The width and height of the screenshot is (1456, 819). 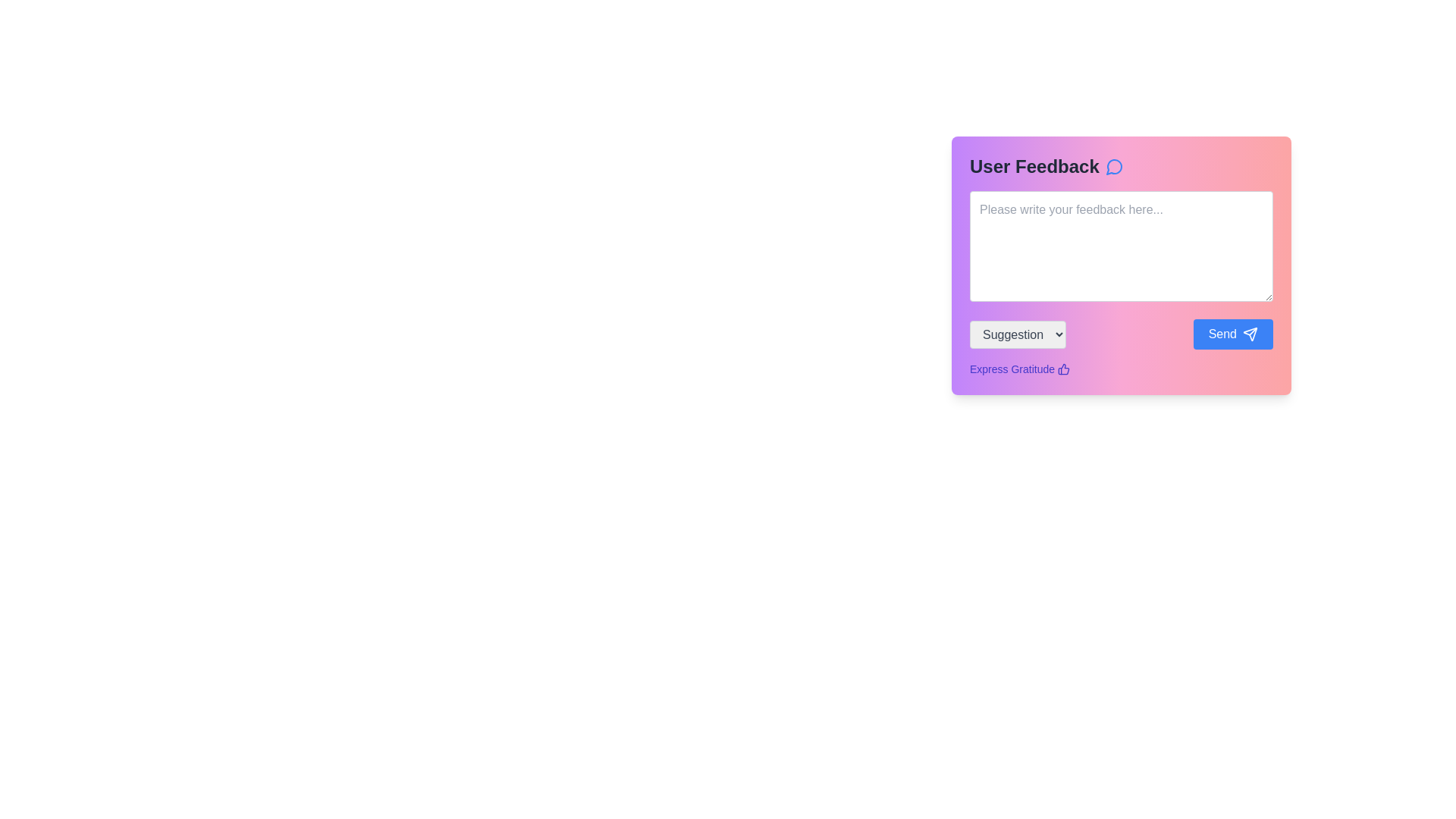 I want to click on the gratitude icon located immediately to the right of the 'Express Gratitude' text at the bottom of the feedback form to express appreciation, so click(x=1063, y=369).